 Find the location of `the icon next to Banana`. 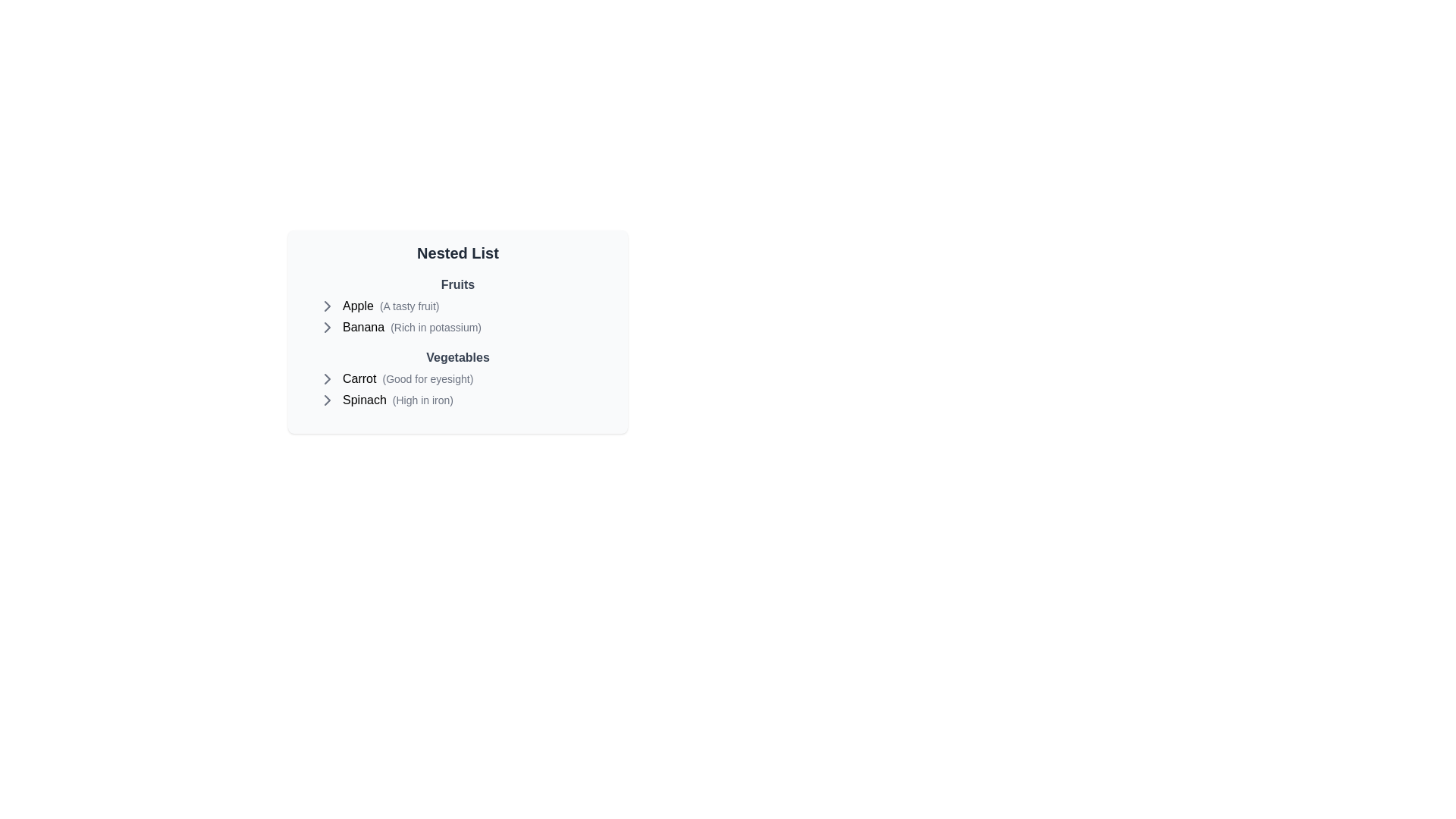

the icon next to Banana is located at coordinates (327, 327).